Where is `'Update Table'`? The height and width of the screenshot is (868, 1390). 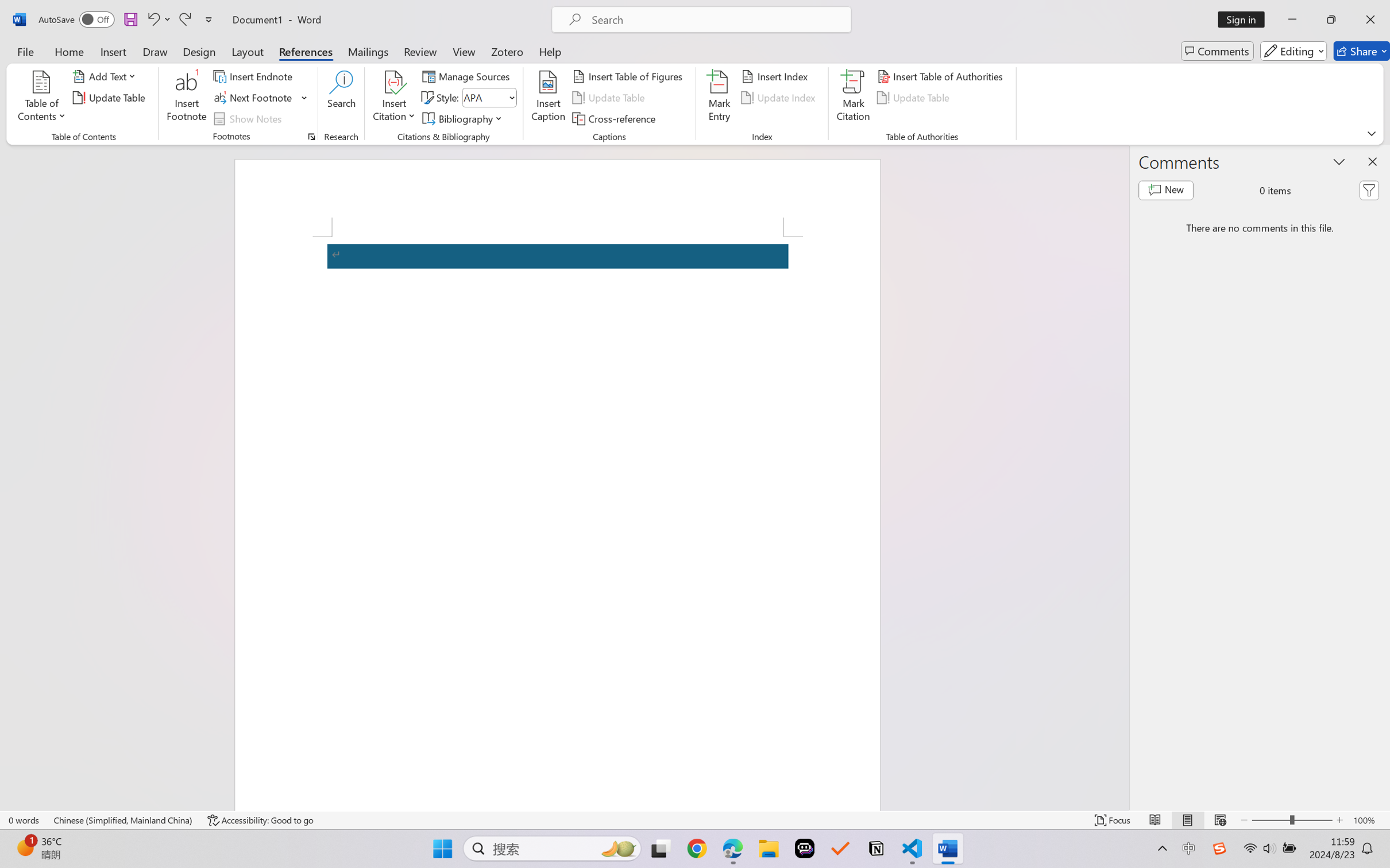 'Update Table' is located at coordinates (914, 98).